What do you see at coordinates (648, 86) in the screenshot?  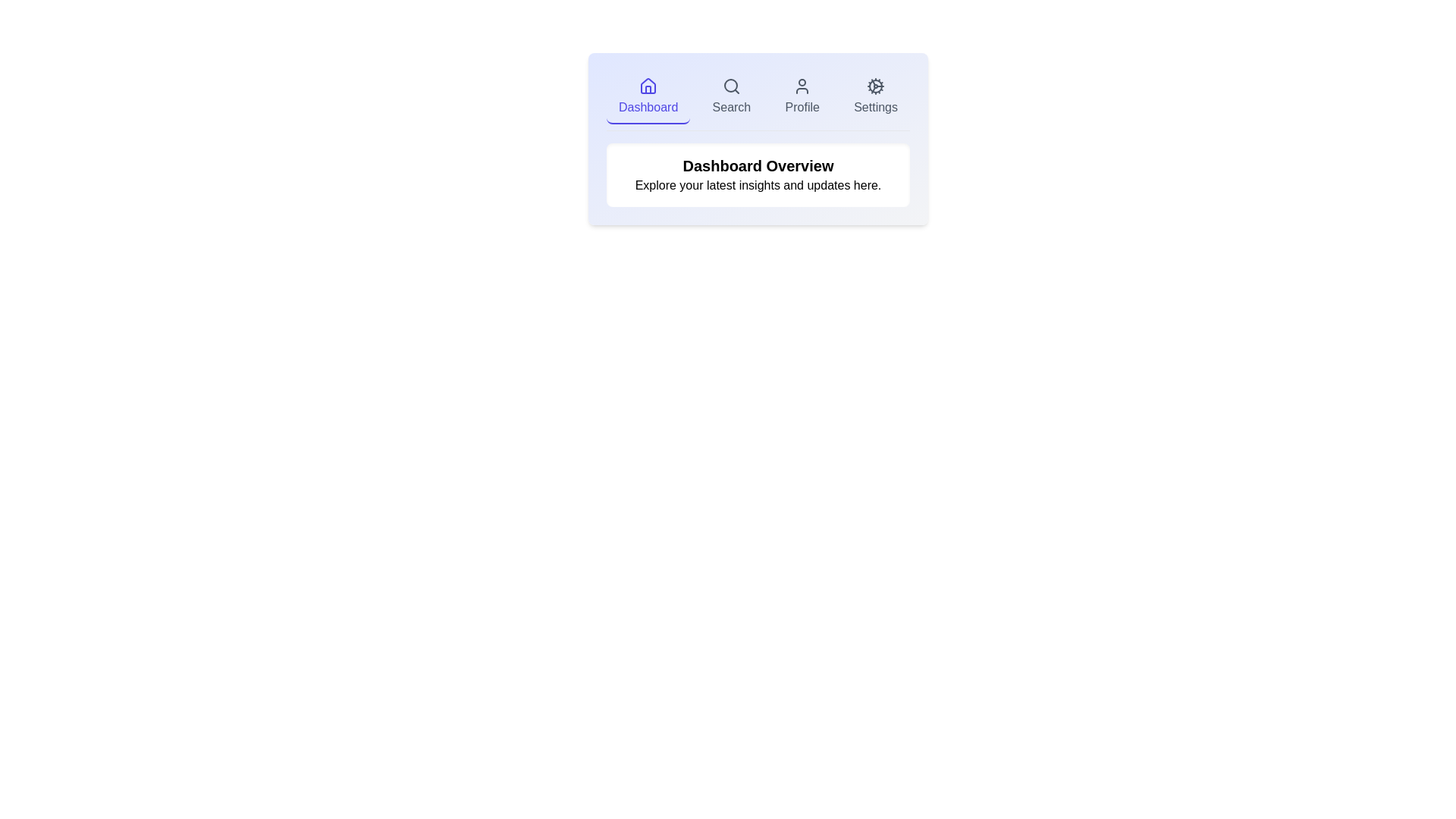 I see `the house-shaped icon with a thin outline located at the top-left corner of the 'Dashboard' navigation group` at bounding box center [648, 86].